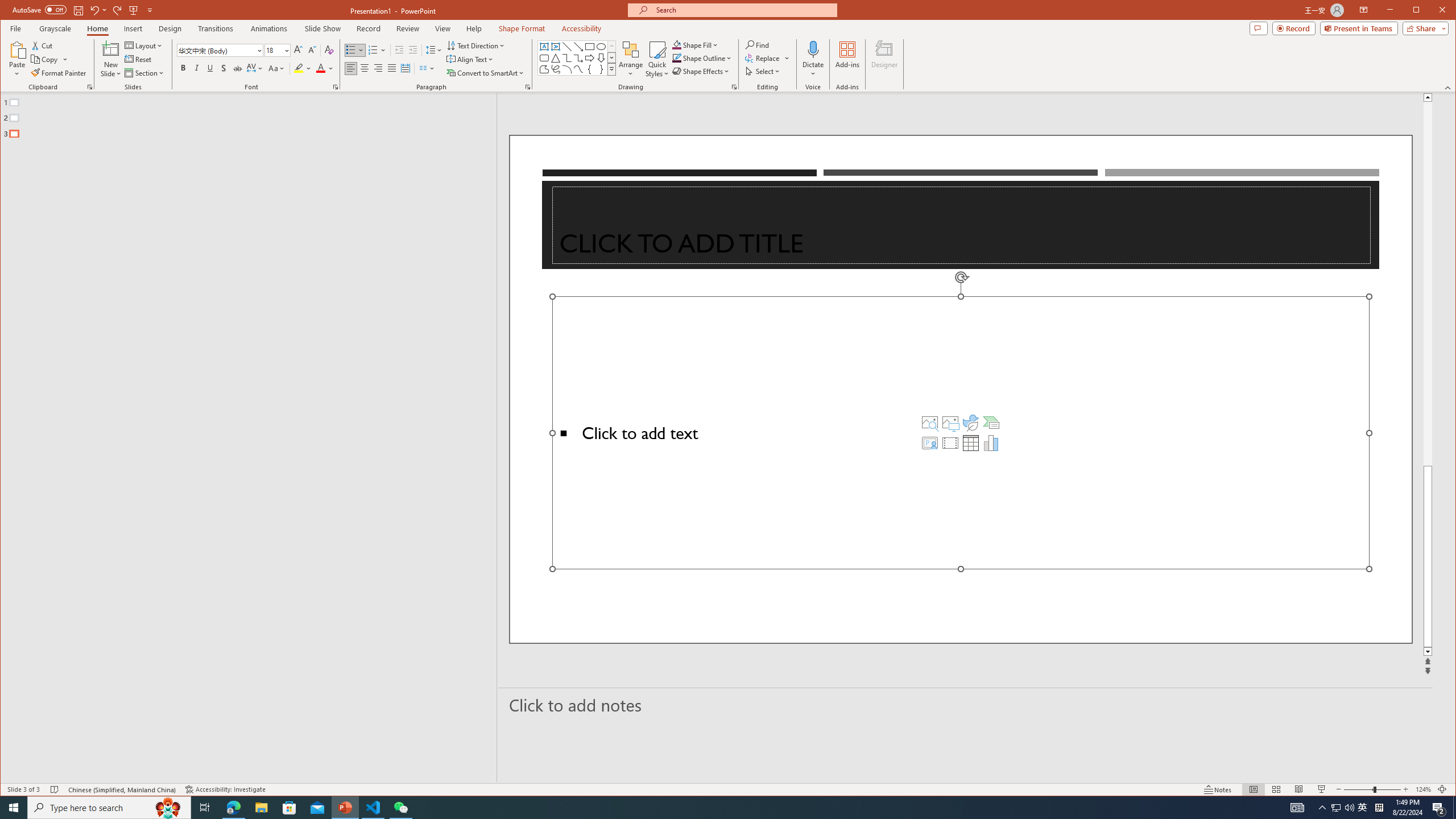 The image size is (1456, 819). What do you see at coordinates (991, 422) in the screenshot?
I see `'Insert a SmartArt Graphic'` at bounding box center [991, 422].